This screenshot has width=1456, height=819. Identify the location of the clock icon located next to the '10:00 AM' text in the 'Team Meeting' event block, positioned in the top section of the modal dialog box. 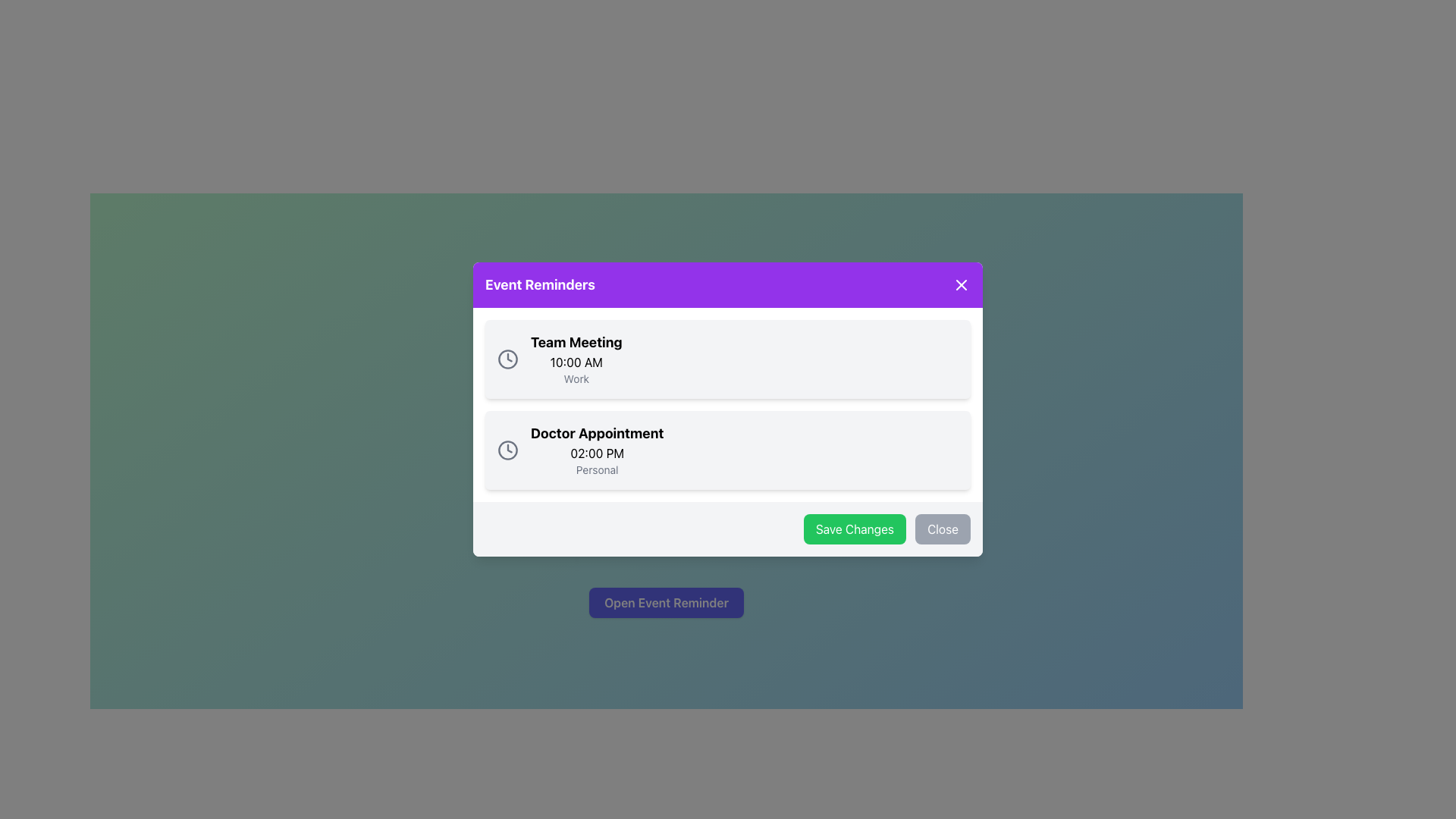
(508, 359).